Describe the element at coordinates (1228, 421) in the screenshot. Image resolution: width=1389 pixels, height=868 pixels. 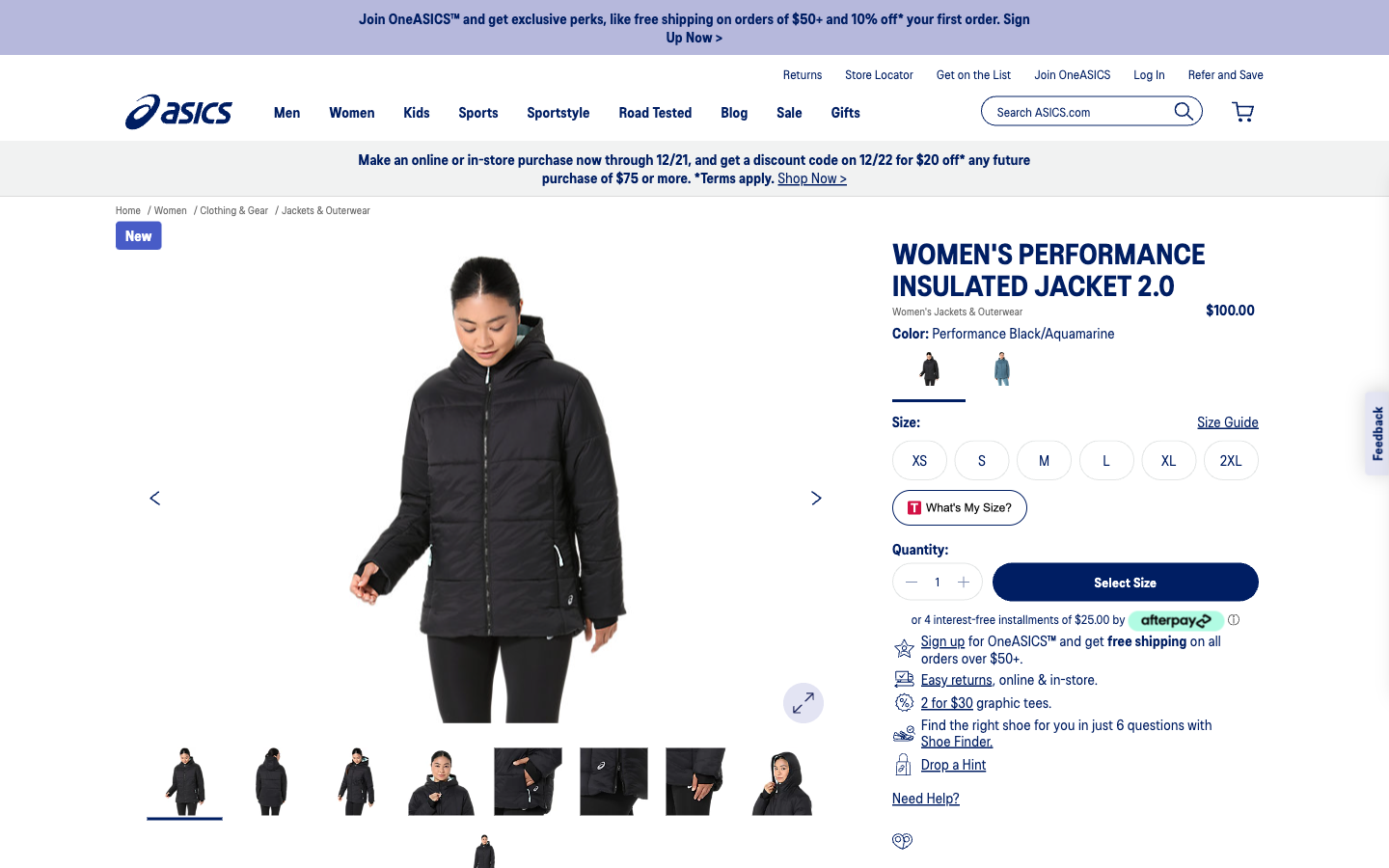
I see `Ascertain the correct size to select while buying` at that location.